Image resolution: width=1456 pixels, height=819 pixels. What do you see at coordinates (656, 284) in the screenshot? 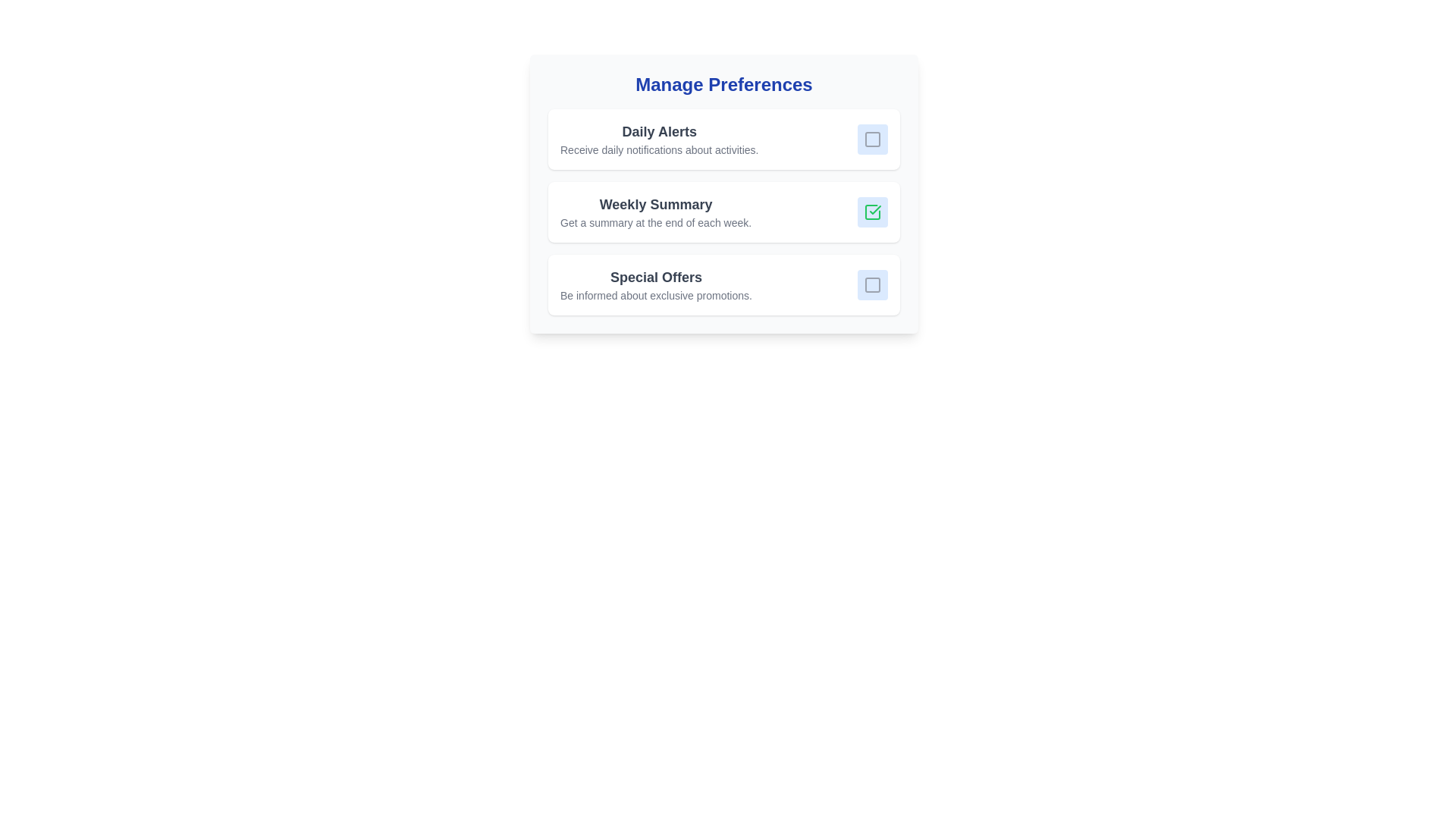
I see `the text display area titled 'Special Offers' to potentially reveal additional details` at bounding box center [656, 284].